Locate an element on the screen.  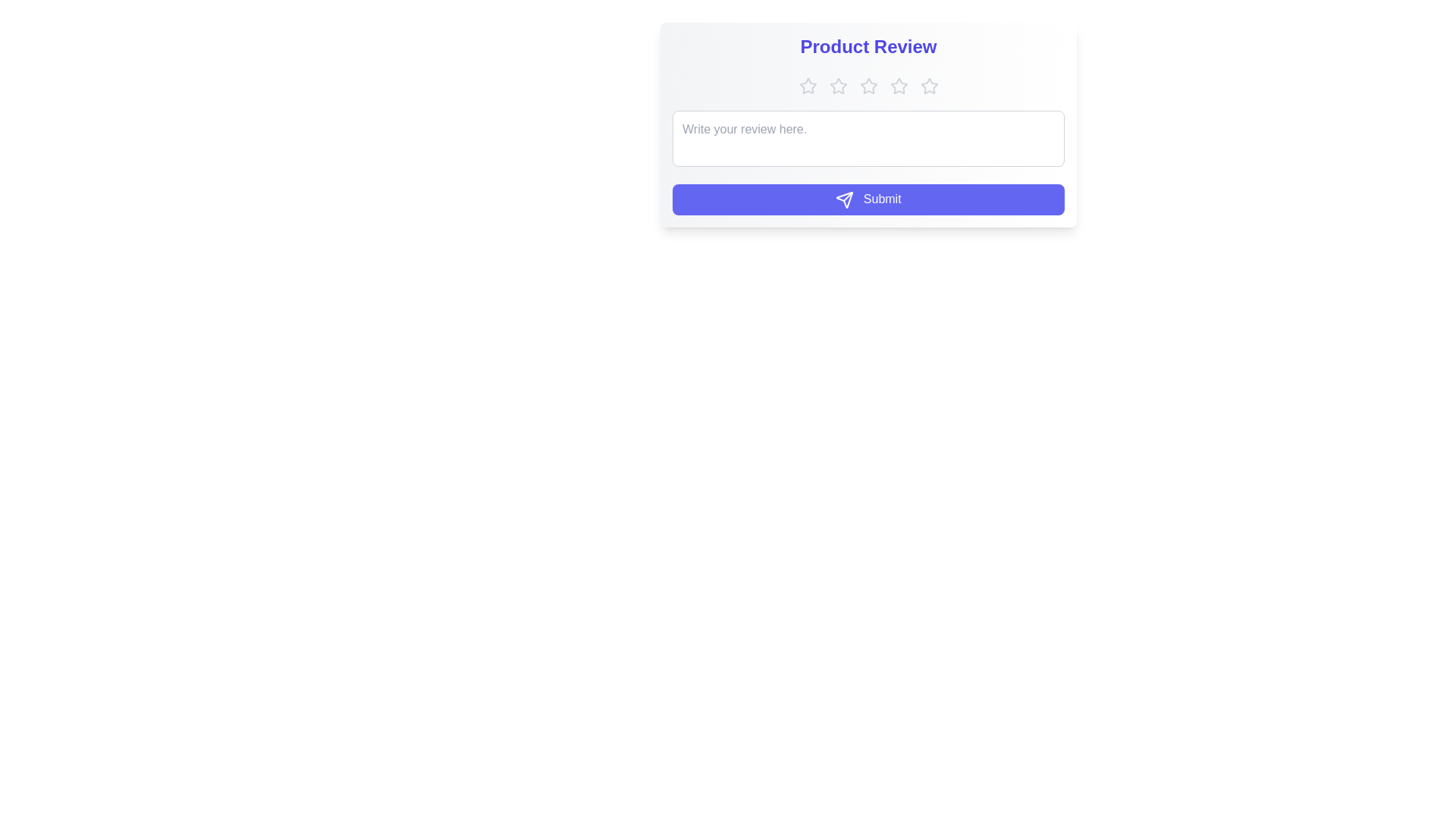
the product rating to 4 stars by clicking on the respective star is located at coordinates (899, 86).